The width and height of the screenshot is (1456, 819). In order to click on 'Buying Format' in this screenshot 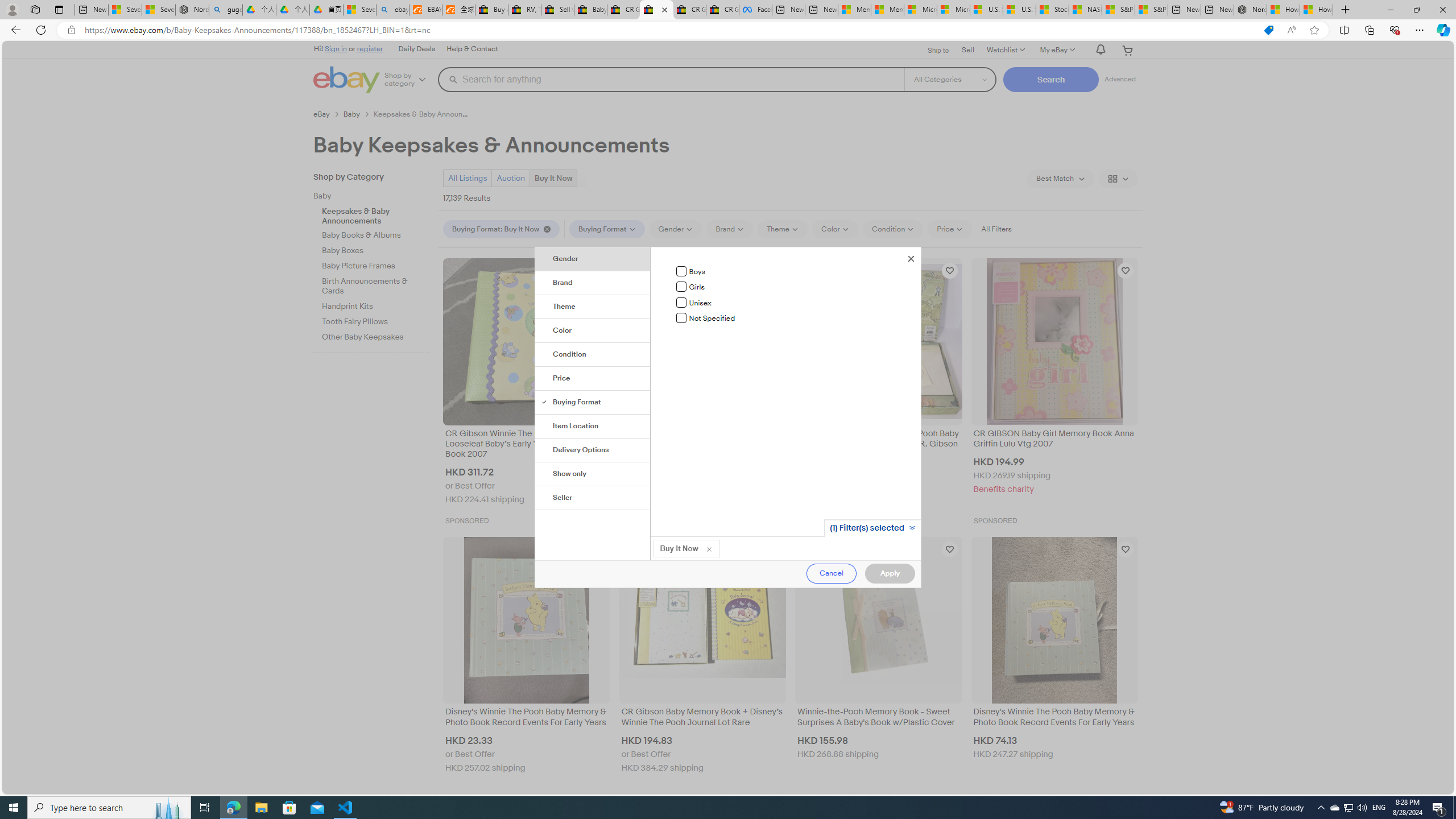, I will do `click(593, 402)`.